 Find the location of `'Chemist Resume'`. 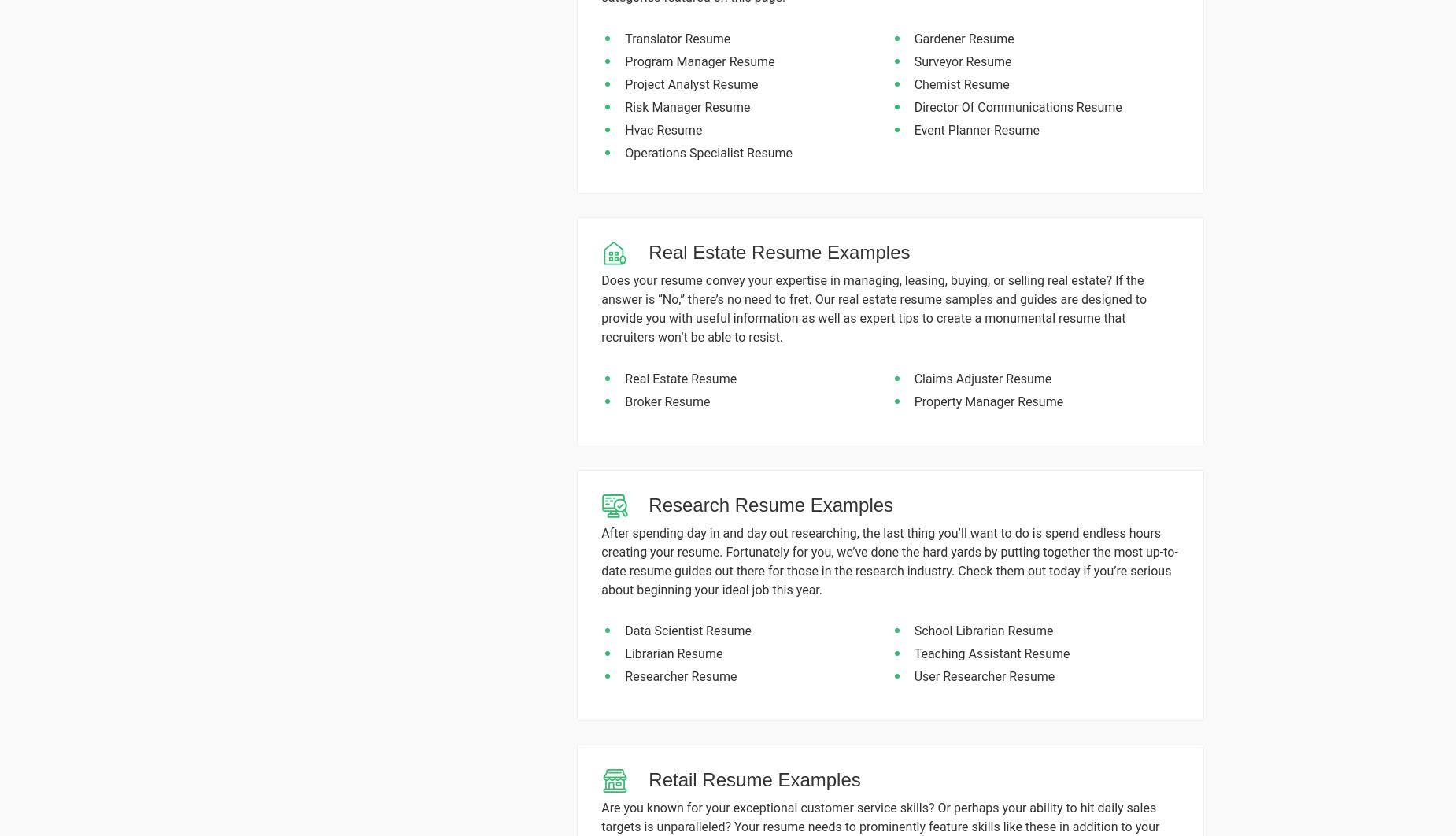

'Chemist Resume' is located at coordinates (960, 83).